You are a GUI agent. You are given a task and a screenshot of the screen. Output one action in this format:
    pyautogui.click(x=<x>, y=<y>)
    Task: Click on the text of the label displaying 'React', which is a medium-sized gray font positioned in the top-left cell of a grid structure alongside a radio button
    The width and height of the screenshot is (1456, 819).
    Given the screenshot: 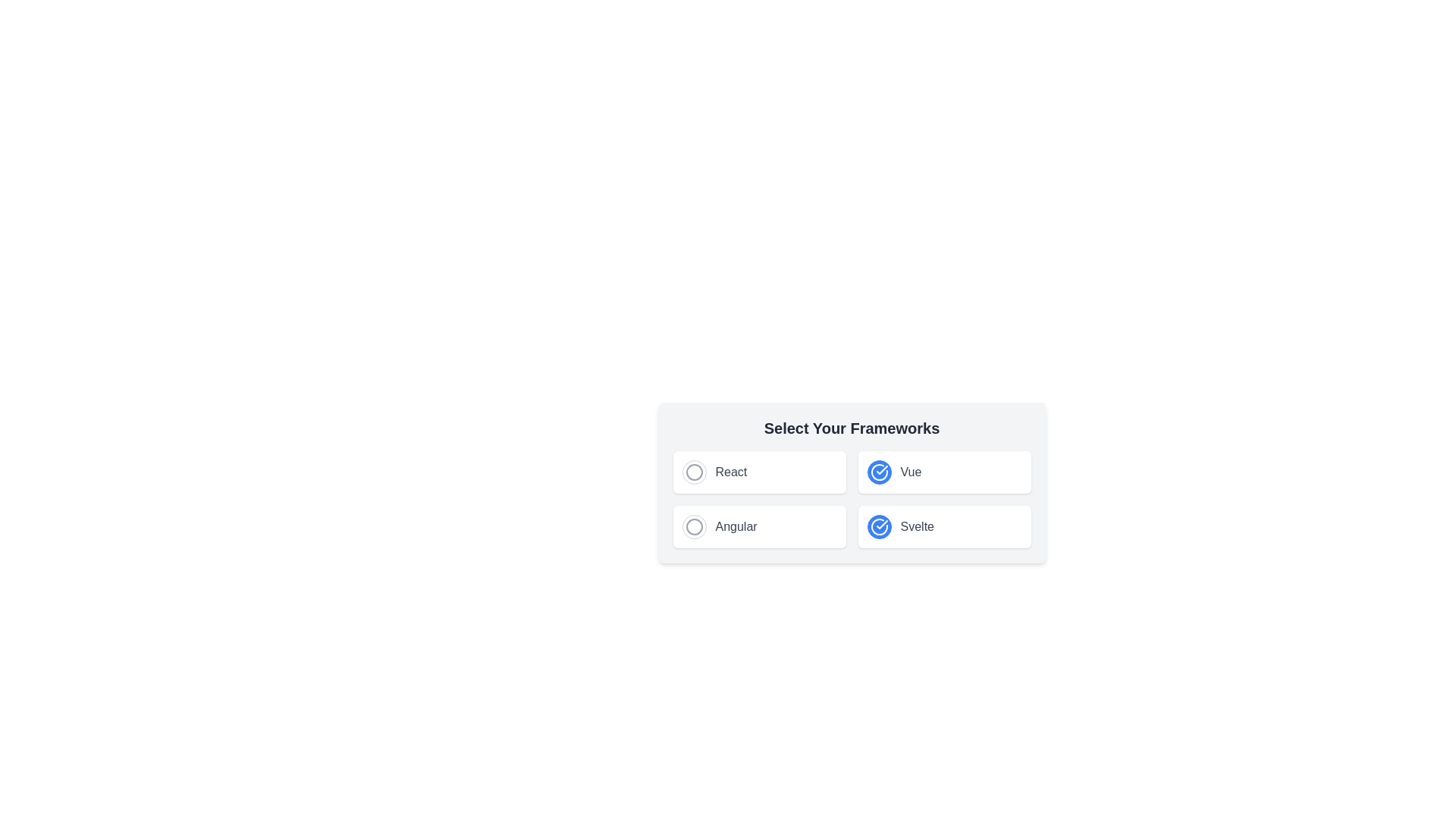 What is the action you would take?
    pyautogui.click(x=731, y=472)
    